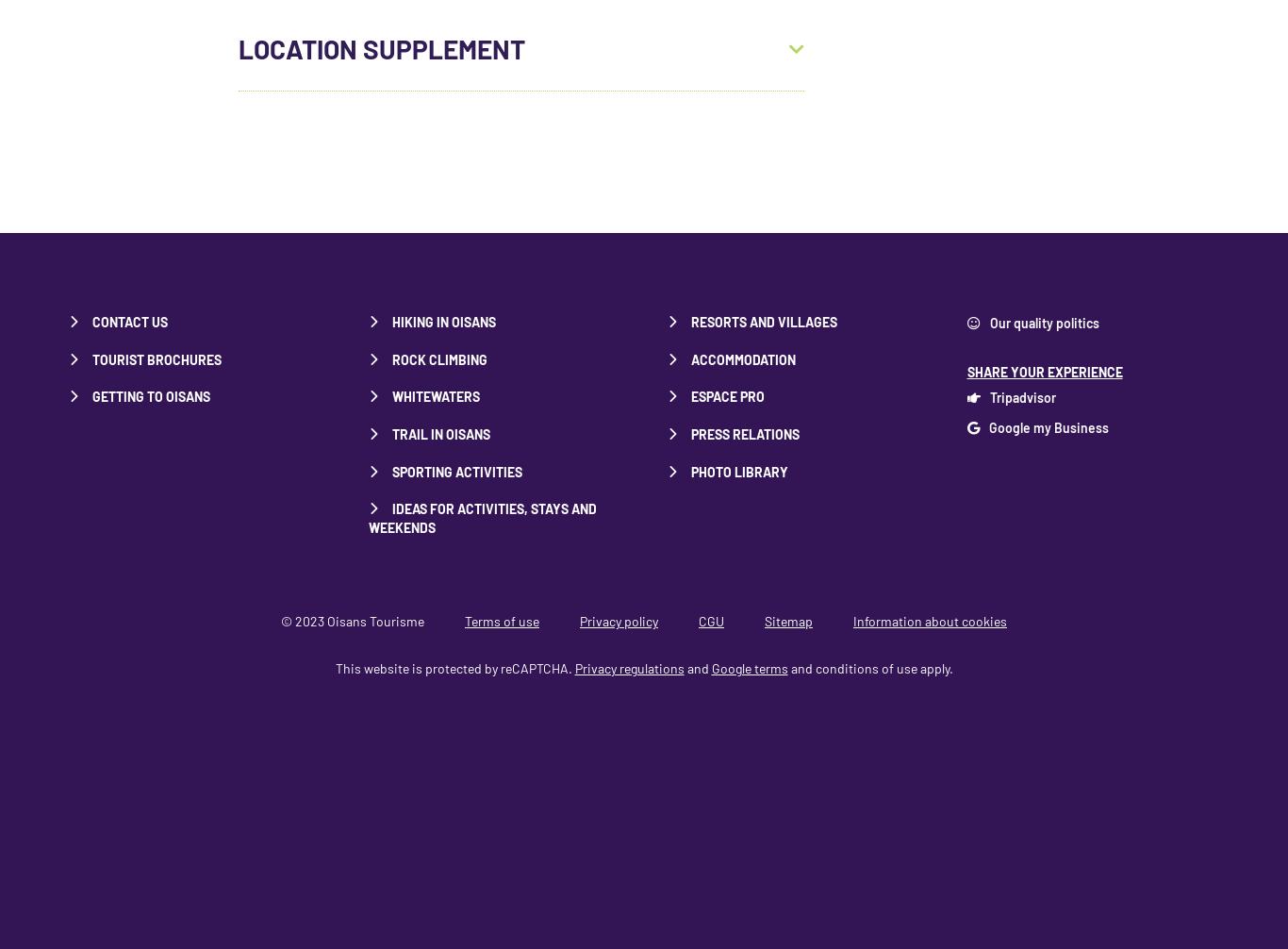 Image resolution: width=1288 pixels, height=949 pixels. What do you see at coordinates (699, 621) in the screenshot?
I see `'CGU'` at bounding box center [699, 621].